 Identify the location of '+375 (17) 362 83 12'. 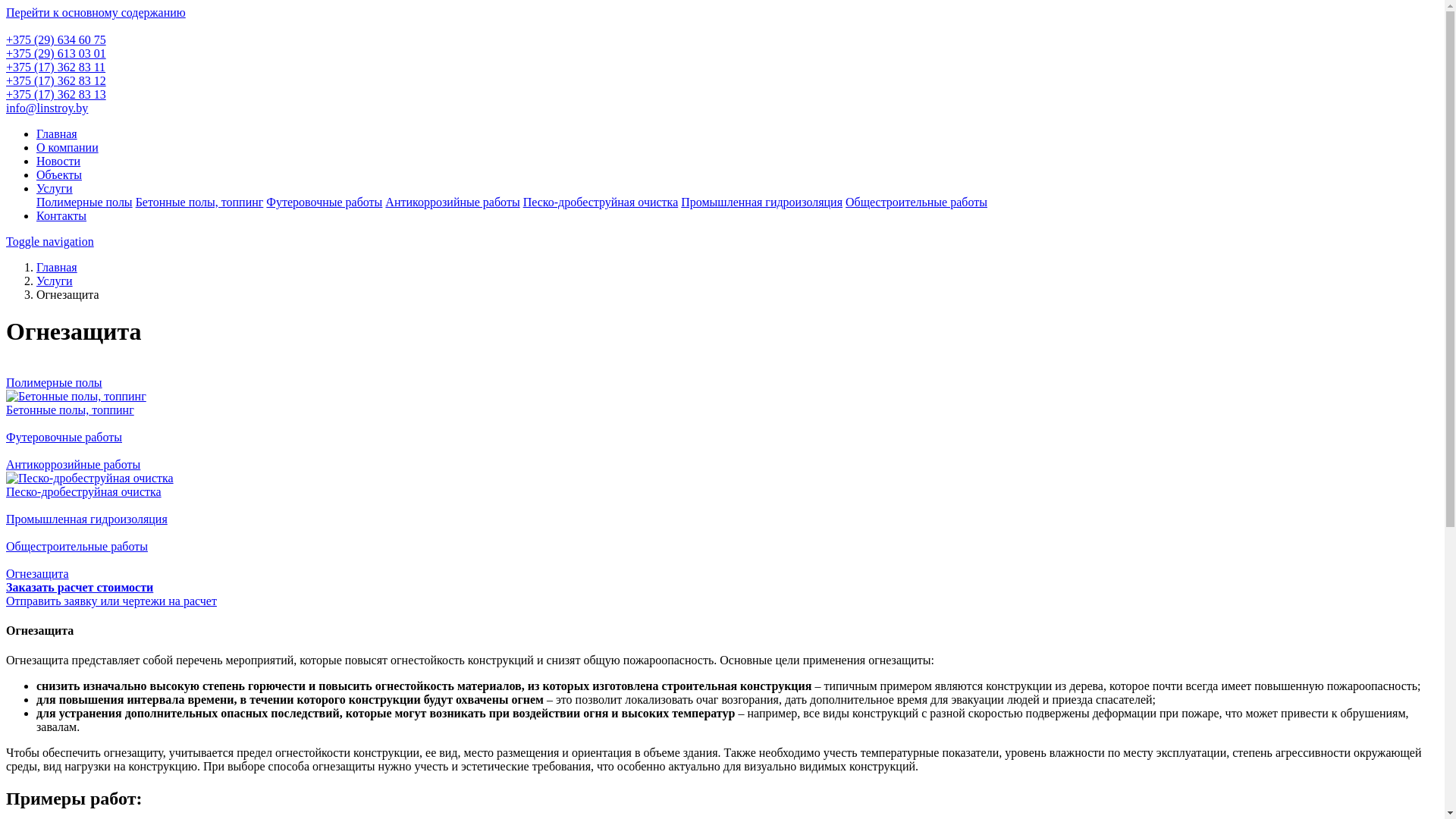
(55, 80).